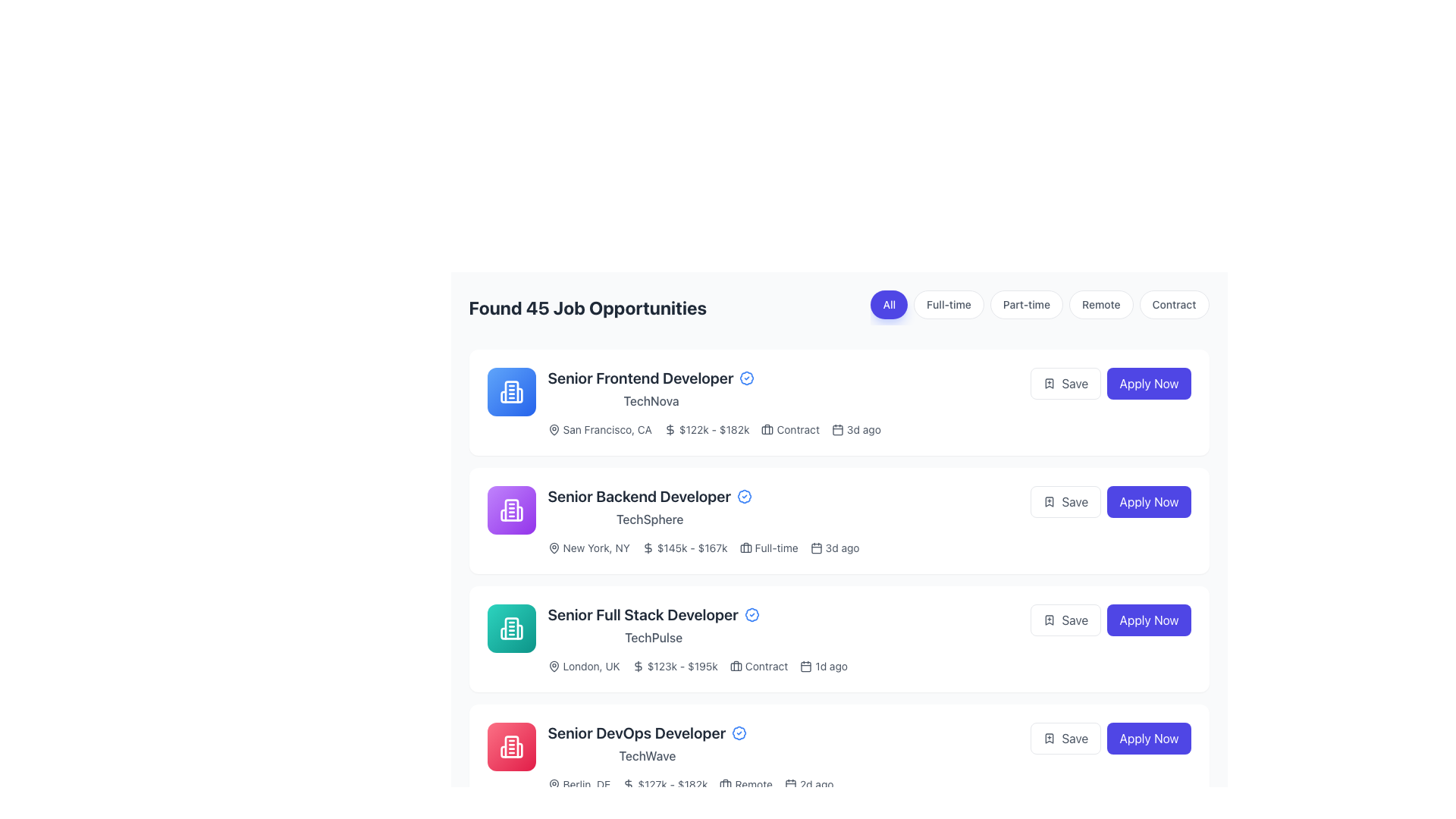 The image size is (1456, 819). I want to click on job details provided in the textual information element located directly underneath the job listing titled 'Senior DevOps Developer', centered horizontally within the job listing block, so click(869, 784).